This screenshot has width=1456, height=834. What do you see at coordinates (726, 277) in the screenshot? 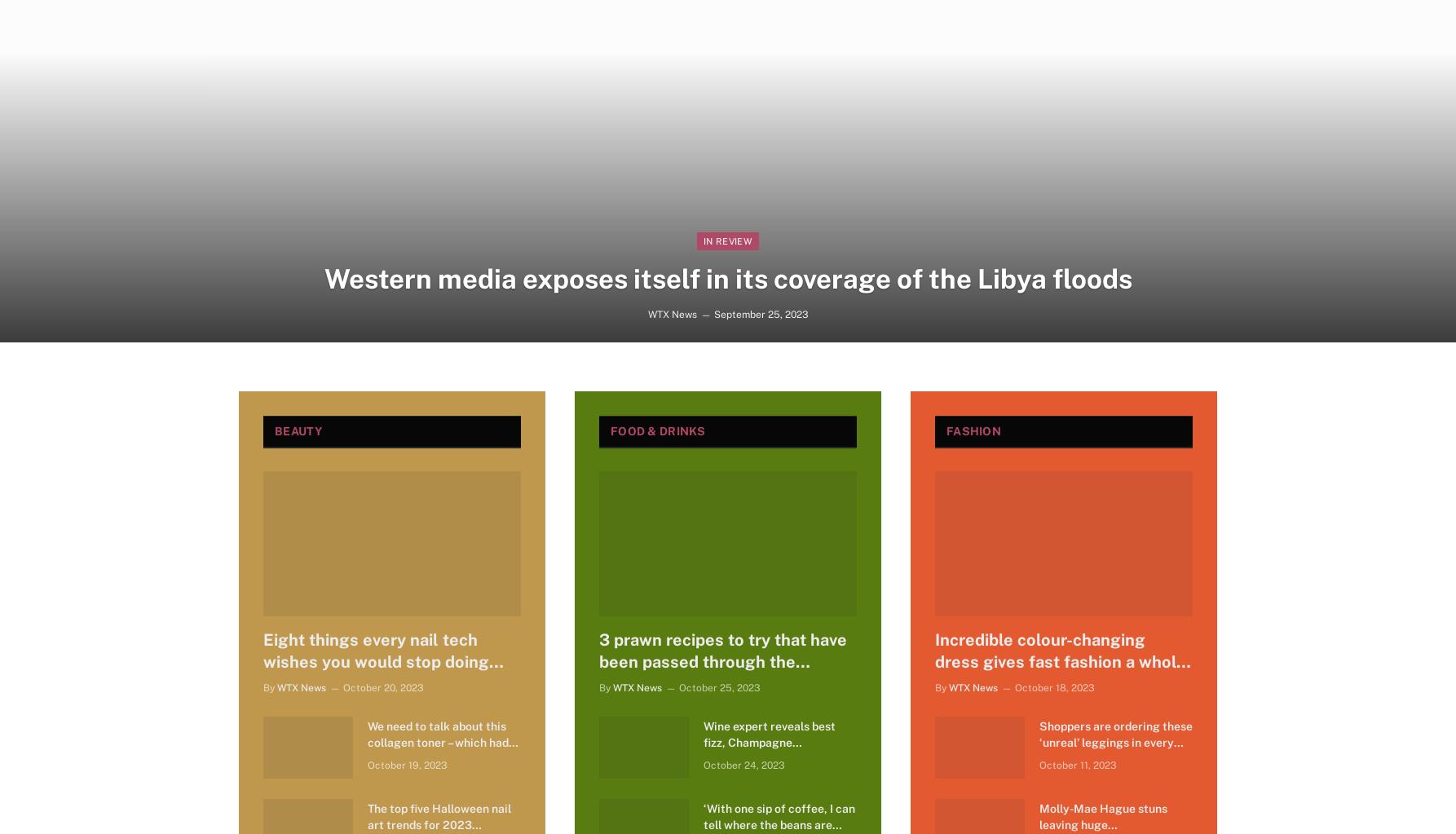
I see `'Western media exposes itself in its coverage of the Libya floods'` at bounding box center [726, 277].